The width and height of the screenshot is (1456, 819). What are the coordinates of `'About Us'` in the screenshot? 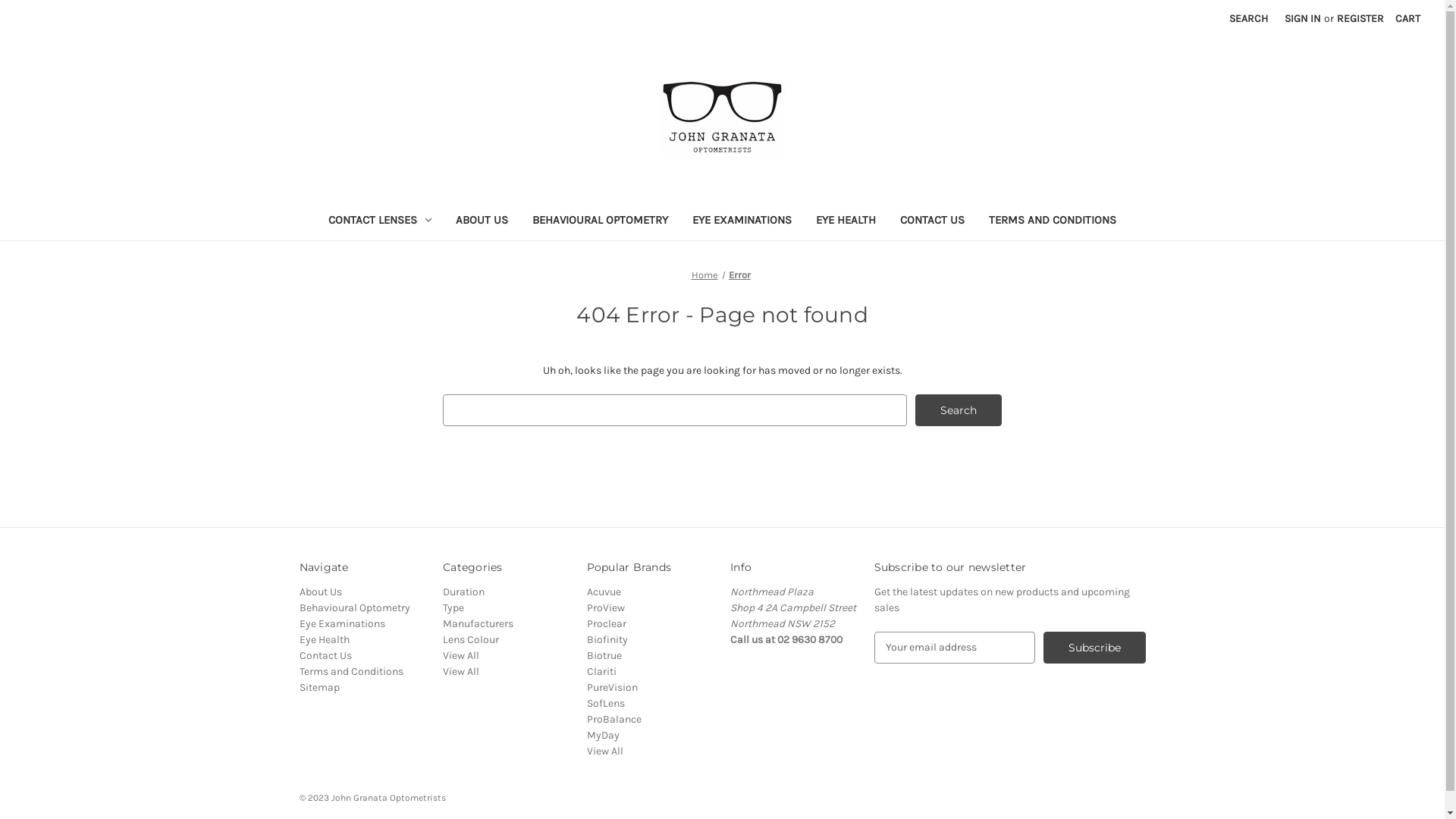 It's located at (319, 591).